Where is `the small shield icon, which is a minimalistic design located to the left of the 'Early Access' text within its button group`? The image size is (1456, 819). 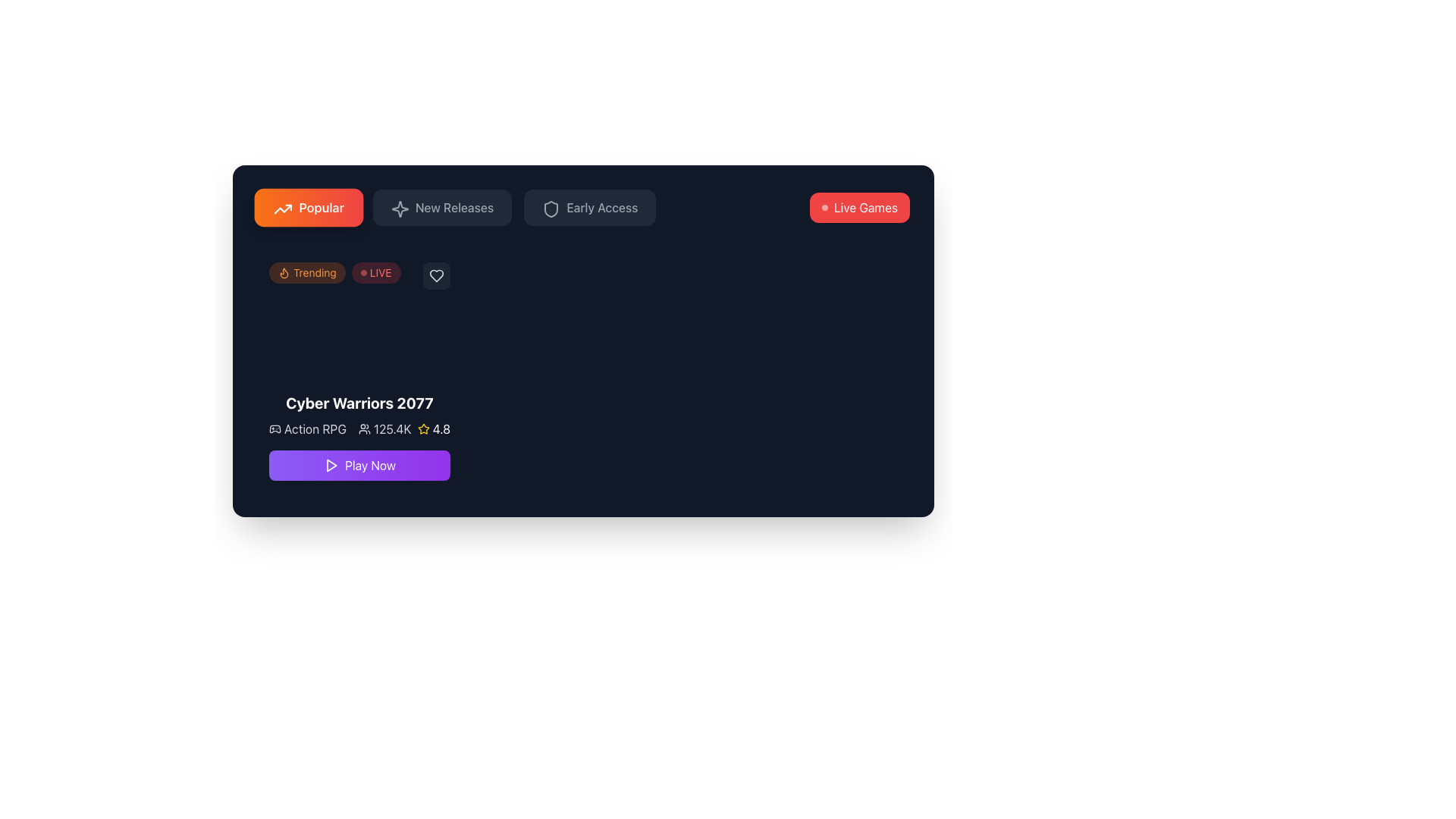 the small shield icon, which is a minimalistic design located to the left of the 'Early Access' text within its button group is located at coordinates (549, 207).